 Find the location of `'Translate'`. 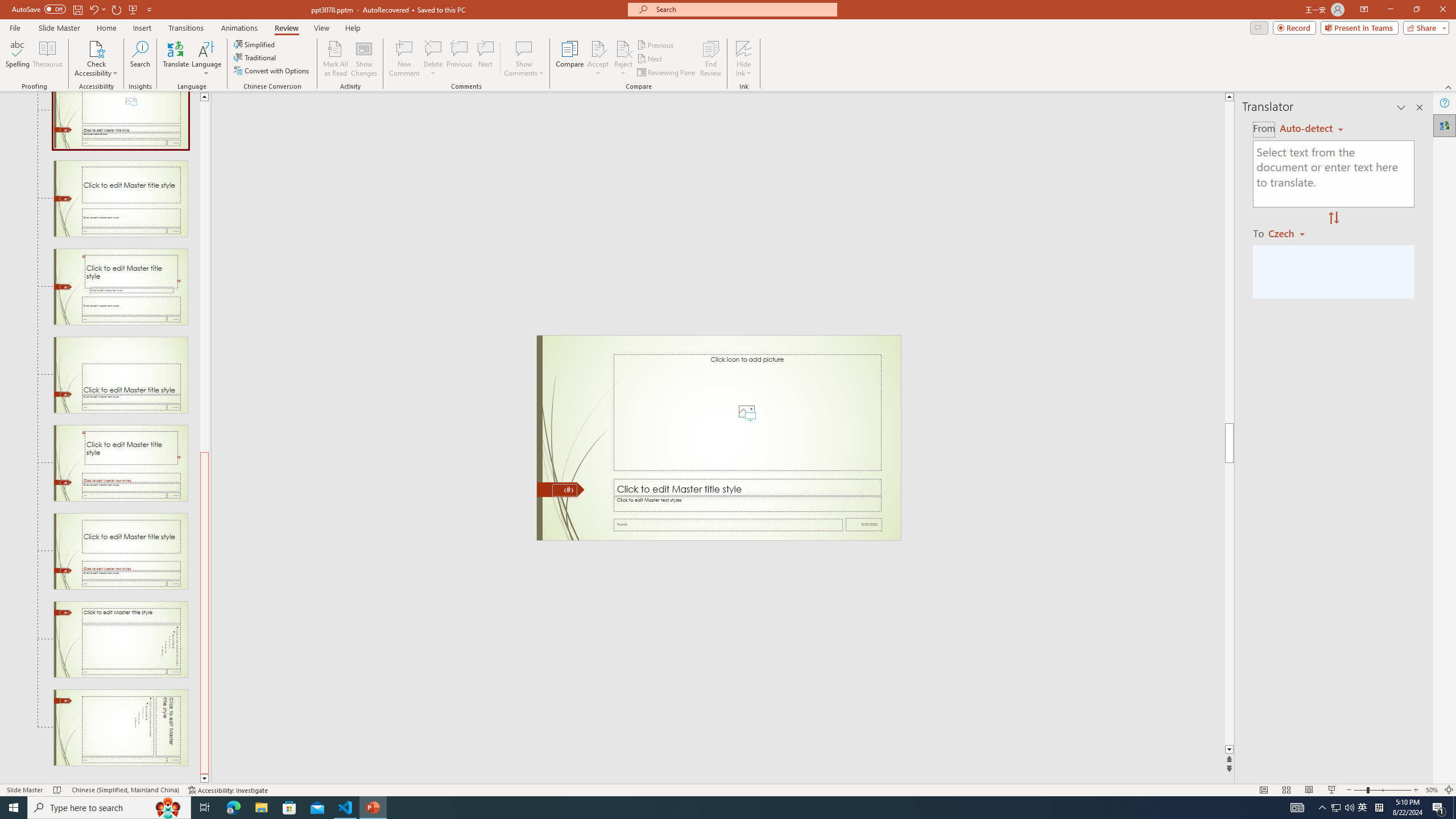

'Translate' is located at coordinates (176, 59).